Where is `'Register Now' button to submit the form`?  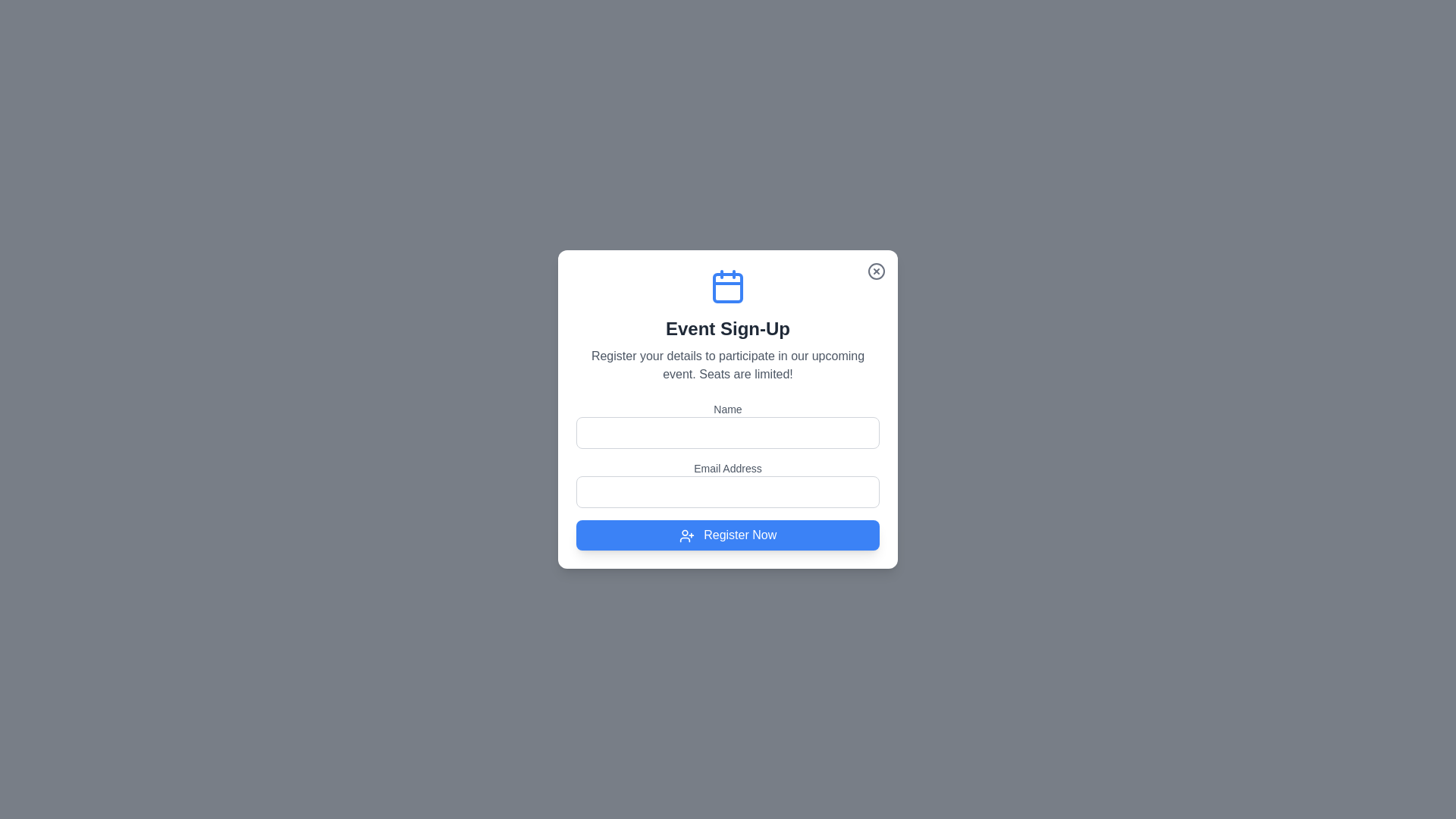
'Register Now' button to submit the form is located at coordinates (728, 534).